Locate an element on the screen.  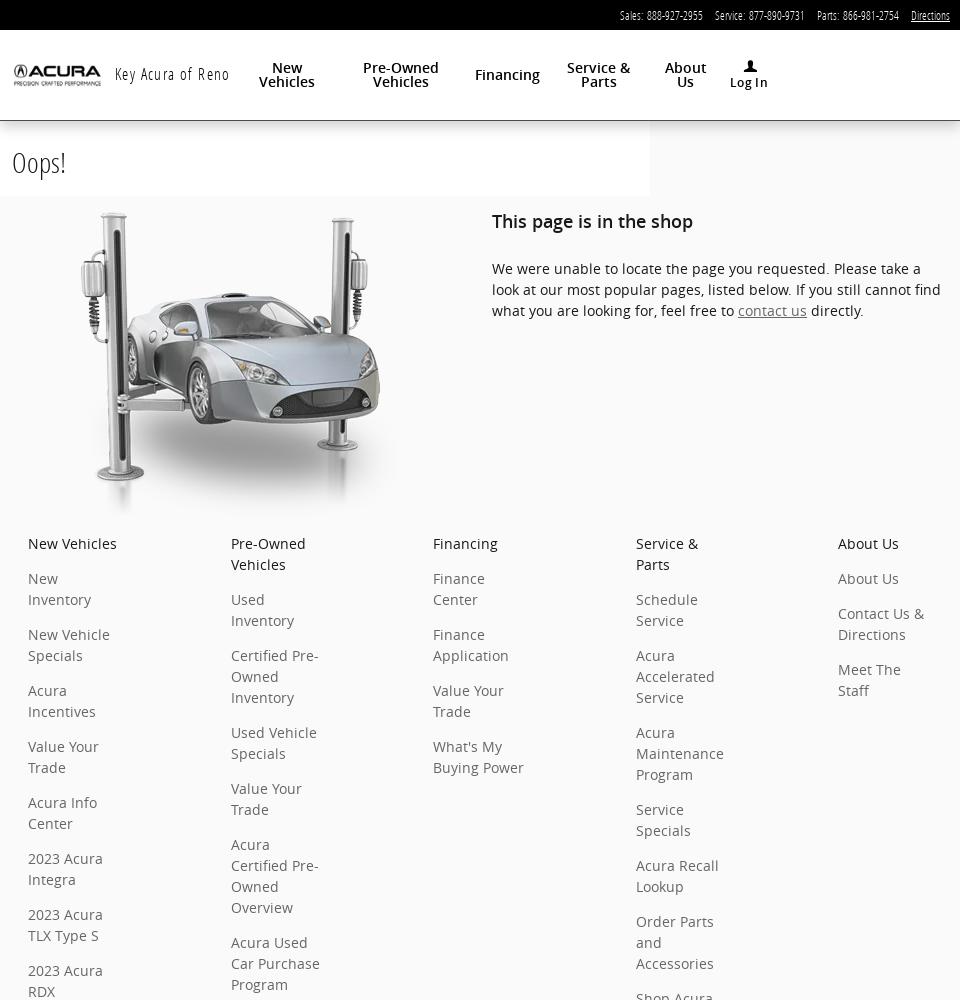
'Used Inventory' is located at coordinates (260, 609).